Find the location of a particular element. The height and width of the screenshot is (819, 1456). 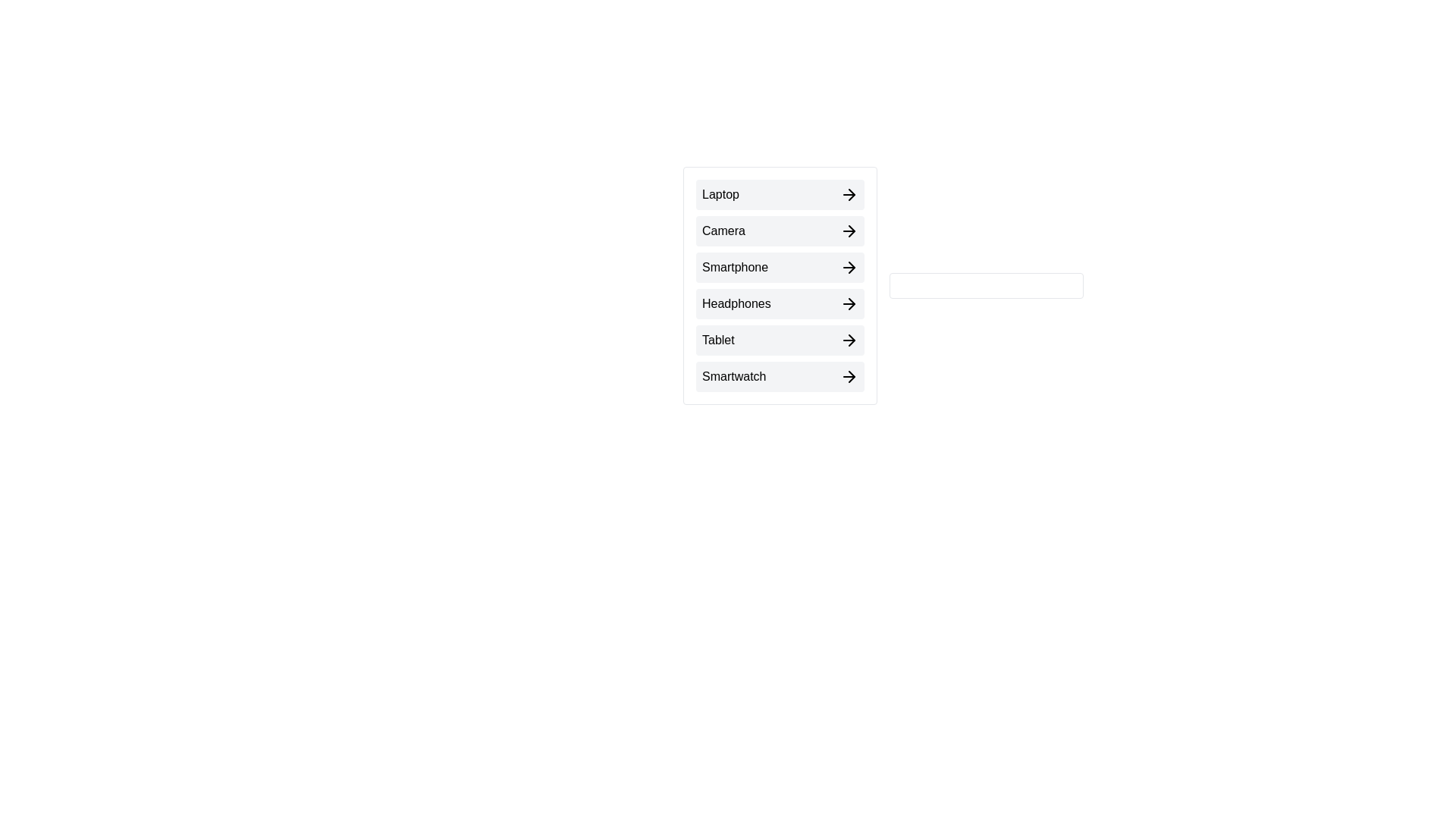

the item Smartphone to highlight it is located at coordinates (780, 267).